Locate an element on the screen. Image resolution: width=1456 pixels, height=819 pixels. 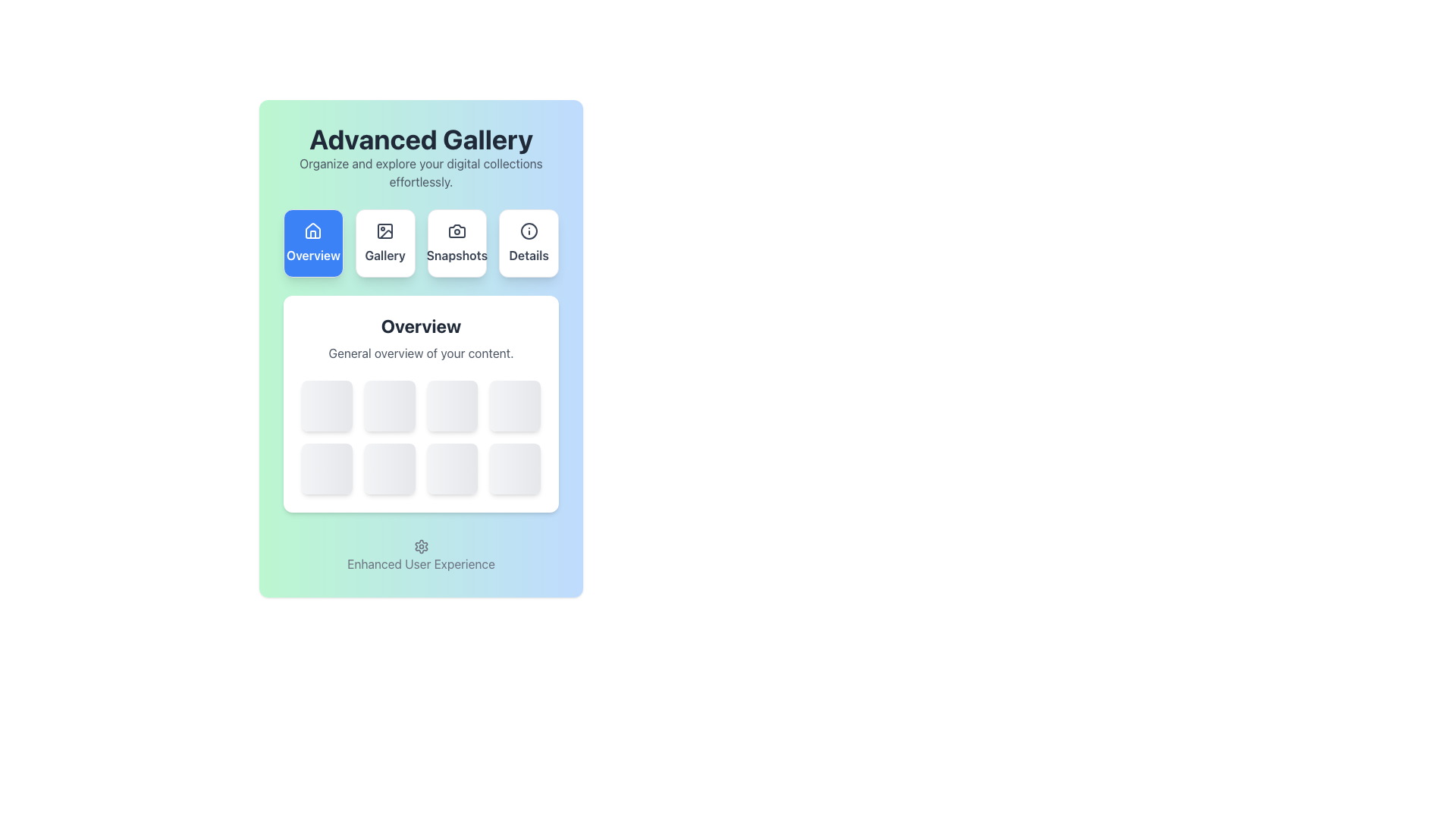
the photographic image icon within the 'Gallery' navigation button, which is the second button from the left in the navigation panel is located at coordinates (385, 231).